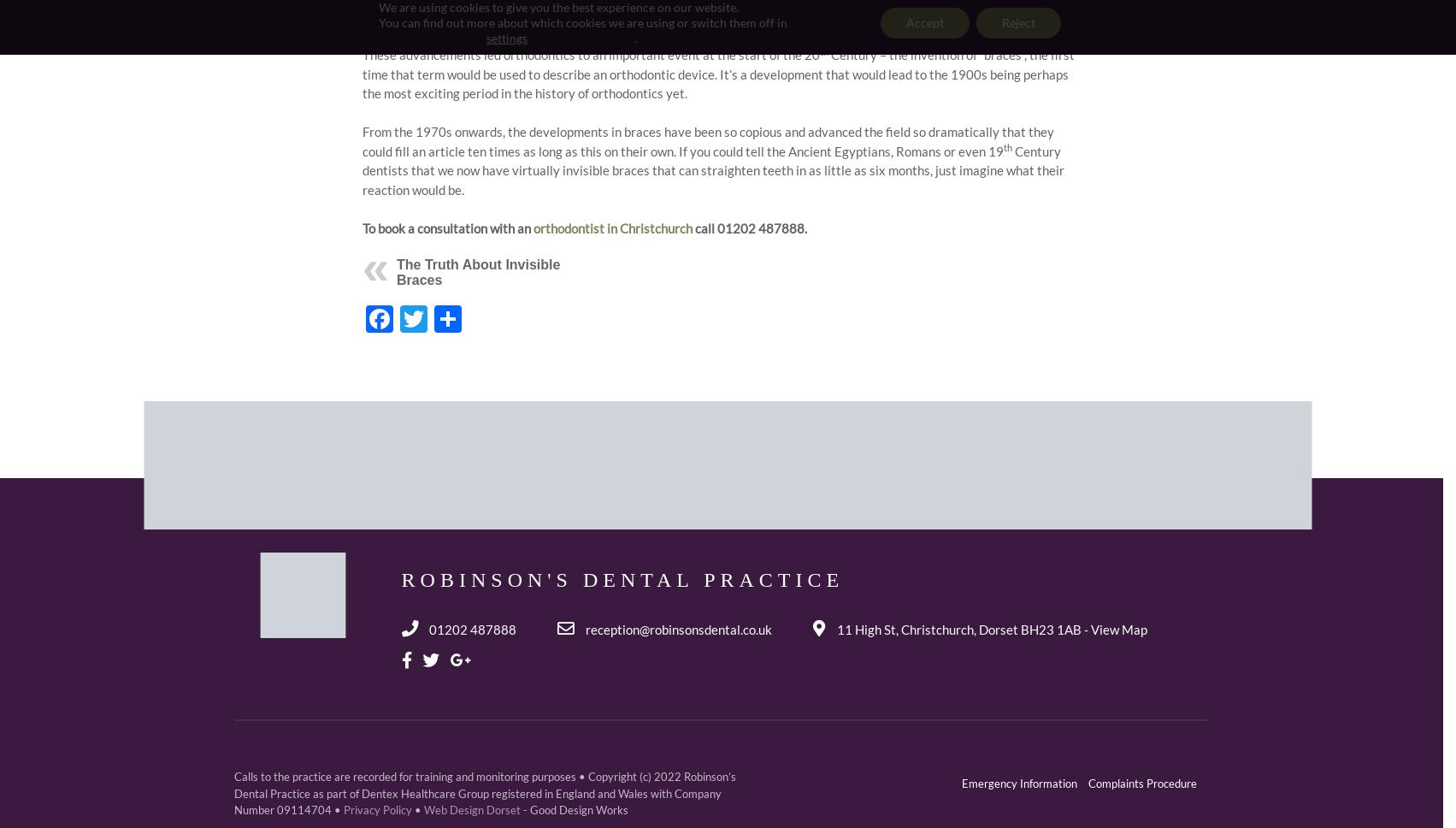 This screenshot has width=1456, height=828. What do you see at coordinates (962, 782) in the screenshot?
I see `'Emergency Information'` at bounding box center [962, 782].